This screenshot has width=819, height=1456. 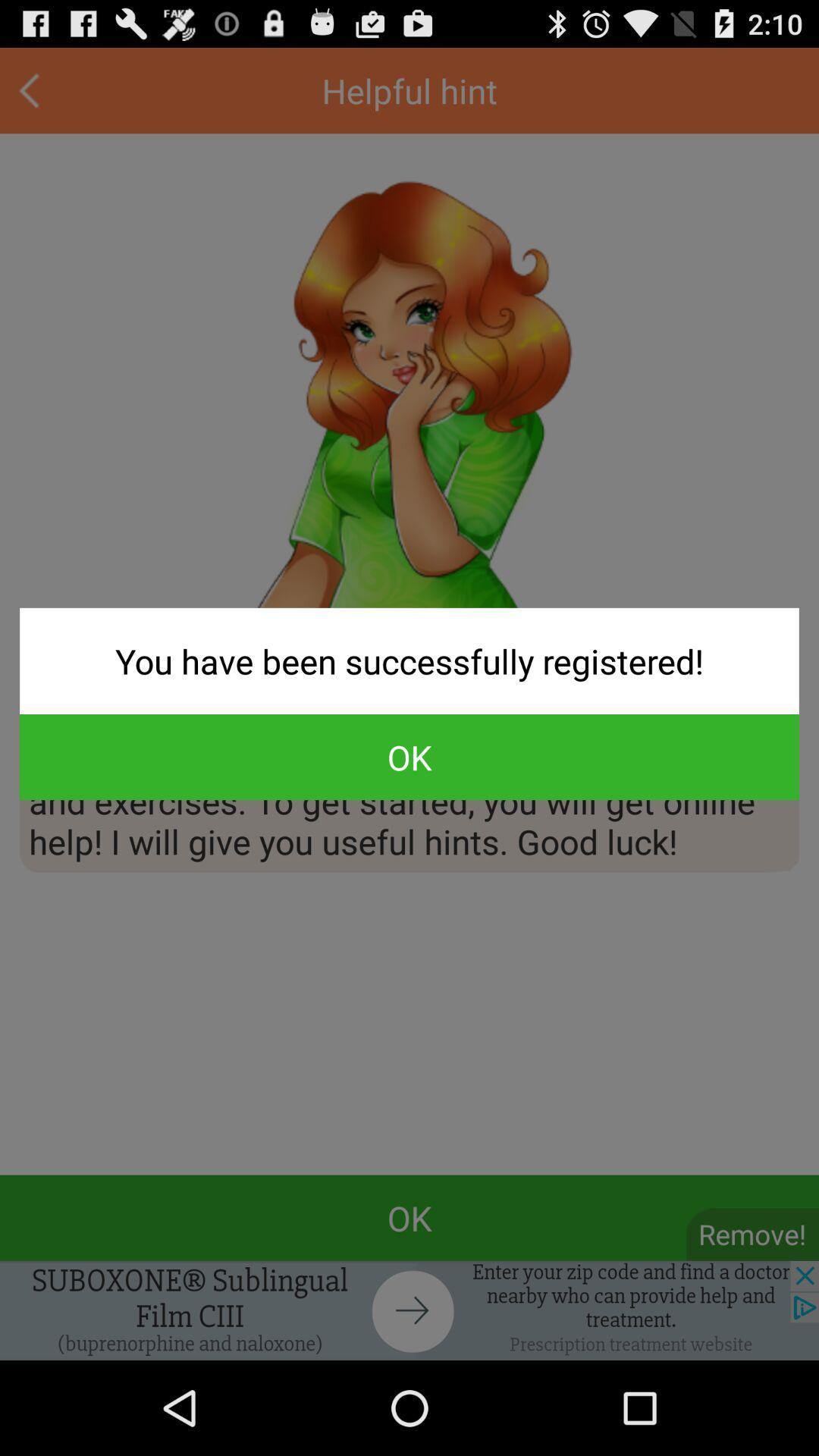 I want to click on the ok button, so click(x=409, y=757).